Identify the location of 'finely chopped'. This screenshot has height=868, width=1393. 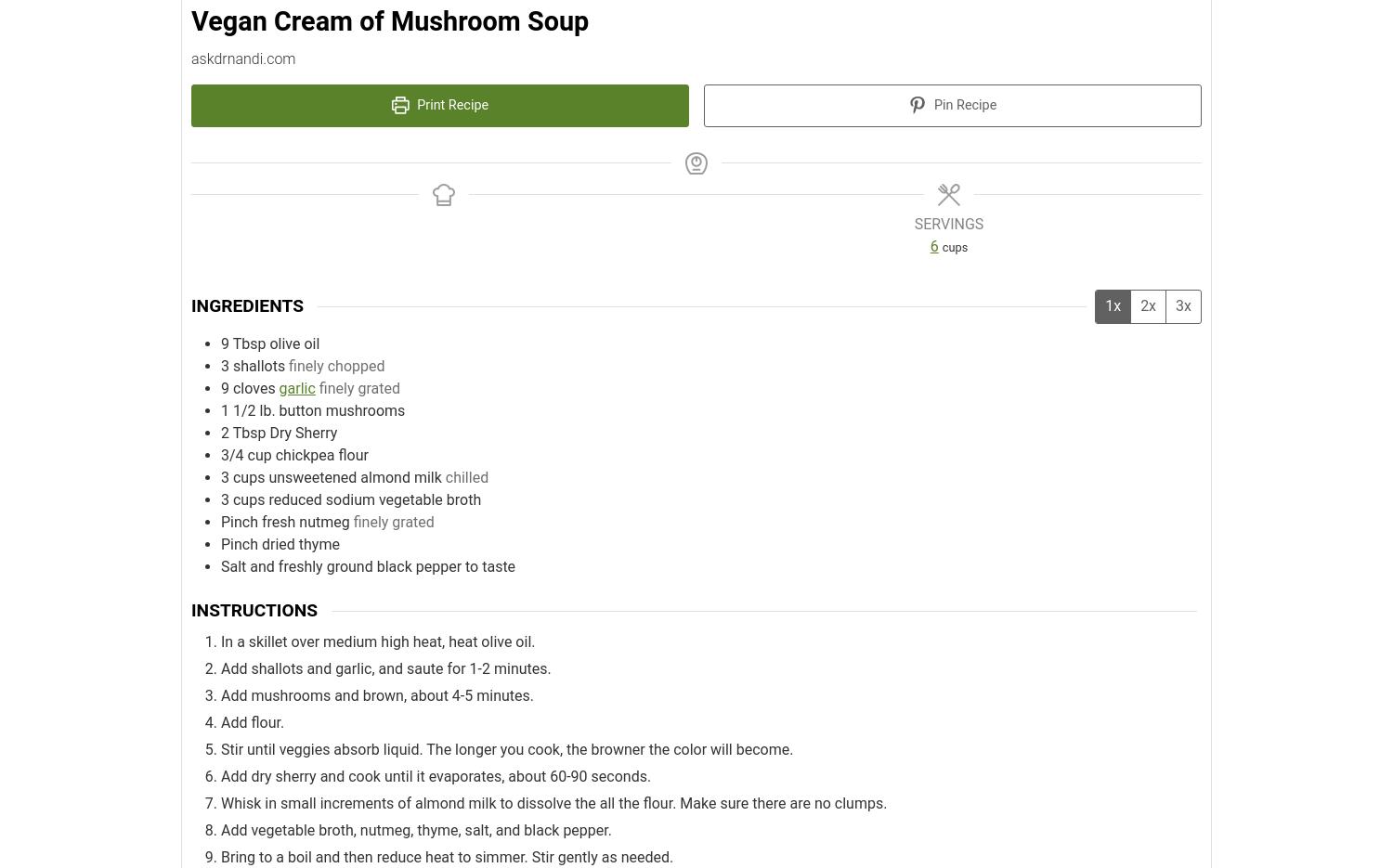
(335, 365).